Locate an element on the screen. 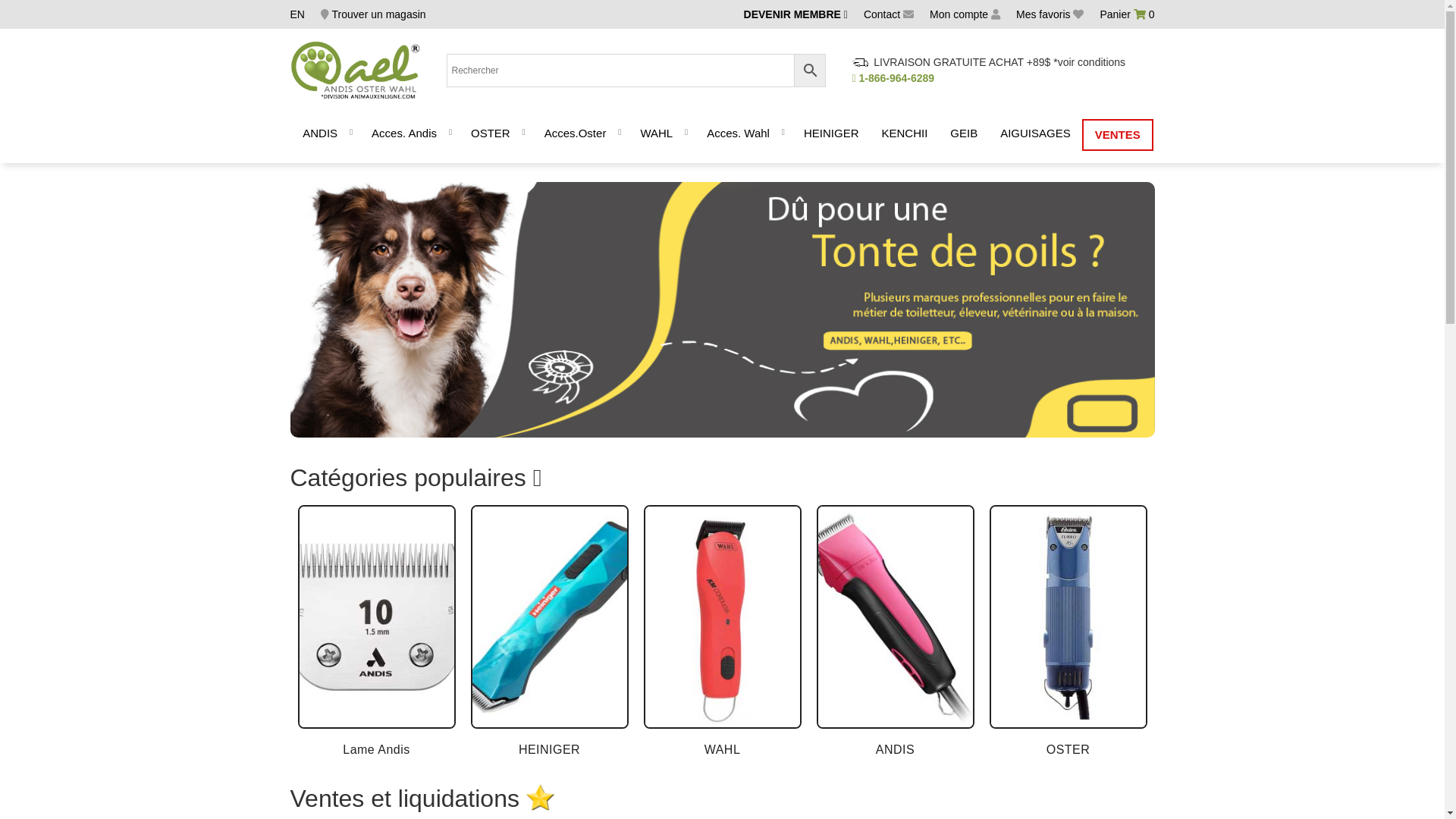 Image resolution: width=1456 pixels, height=819 pixels. 'ANDIS' is located at coordinates (895, 632).